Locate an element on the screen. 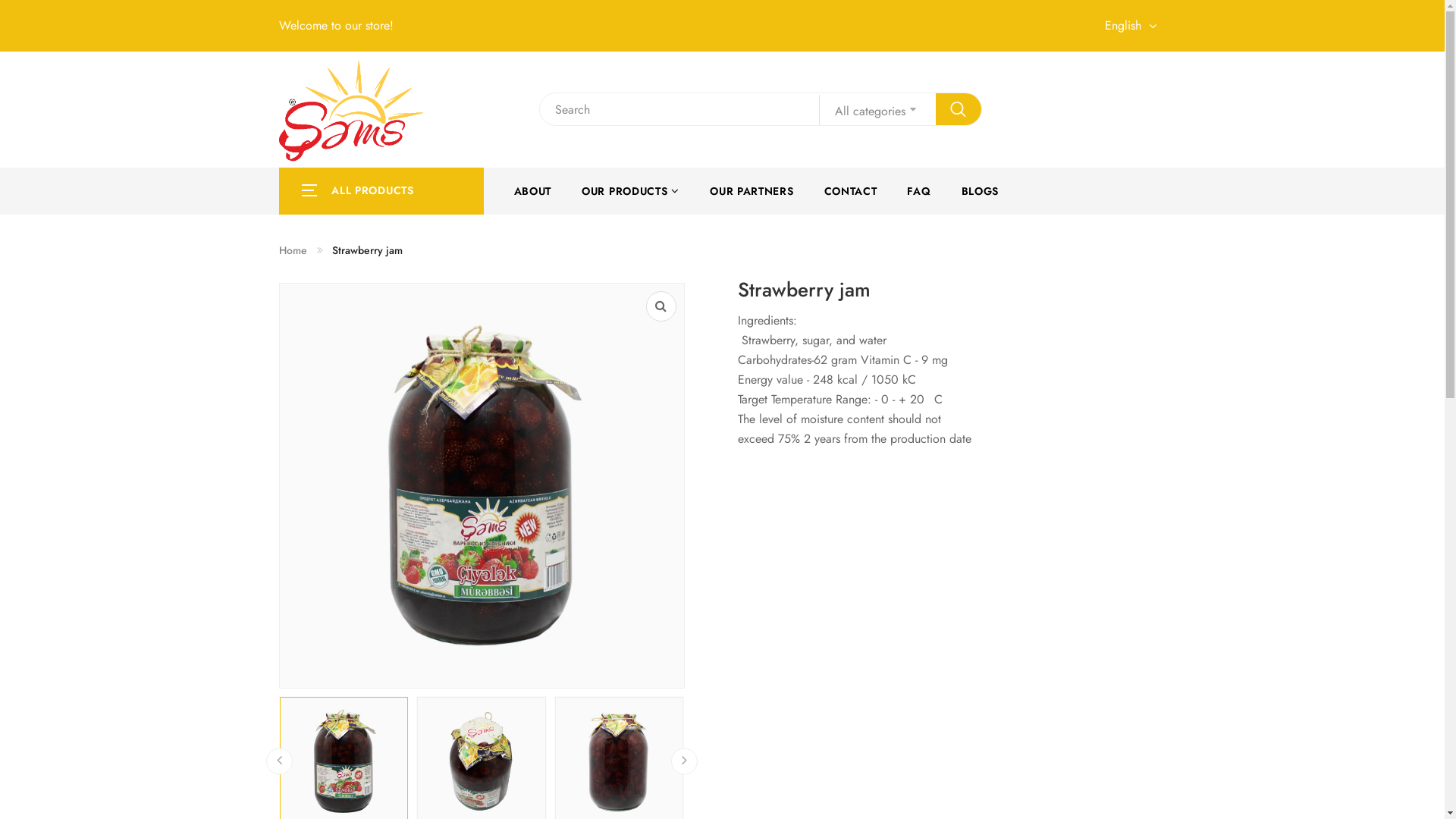 The image size is (1456, 819). 'FAQ' is located at coordinates (918, 190).